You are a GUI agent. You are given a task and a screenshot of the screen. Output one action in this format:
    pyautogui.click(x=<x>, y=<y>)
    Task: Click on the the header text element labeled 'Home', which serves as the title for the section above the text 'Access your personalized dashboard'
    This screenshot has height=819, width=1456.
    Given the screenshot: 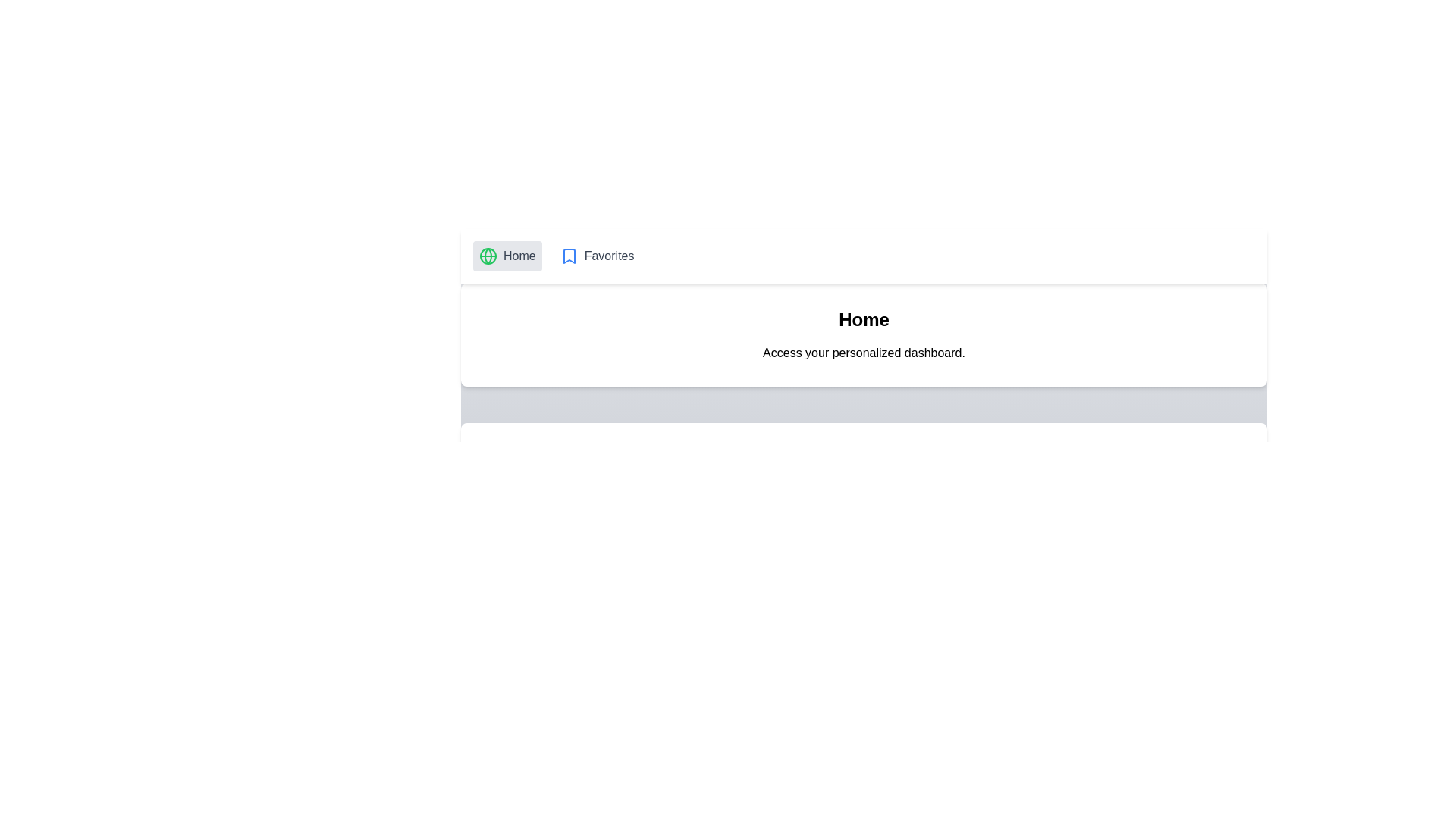 What is the action you would take?
    pyautogui.click(x=864, y=318)
    